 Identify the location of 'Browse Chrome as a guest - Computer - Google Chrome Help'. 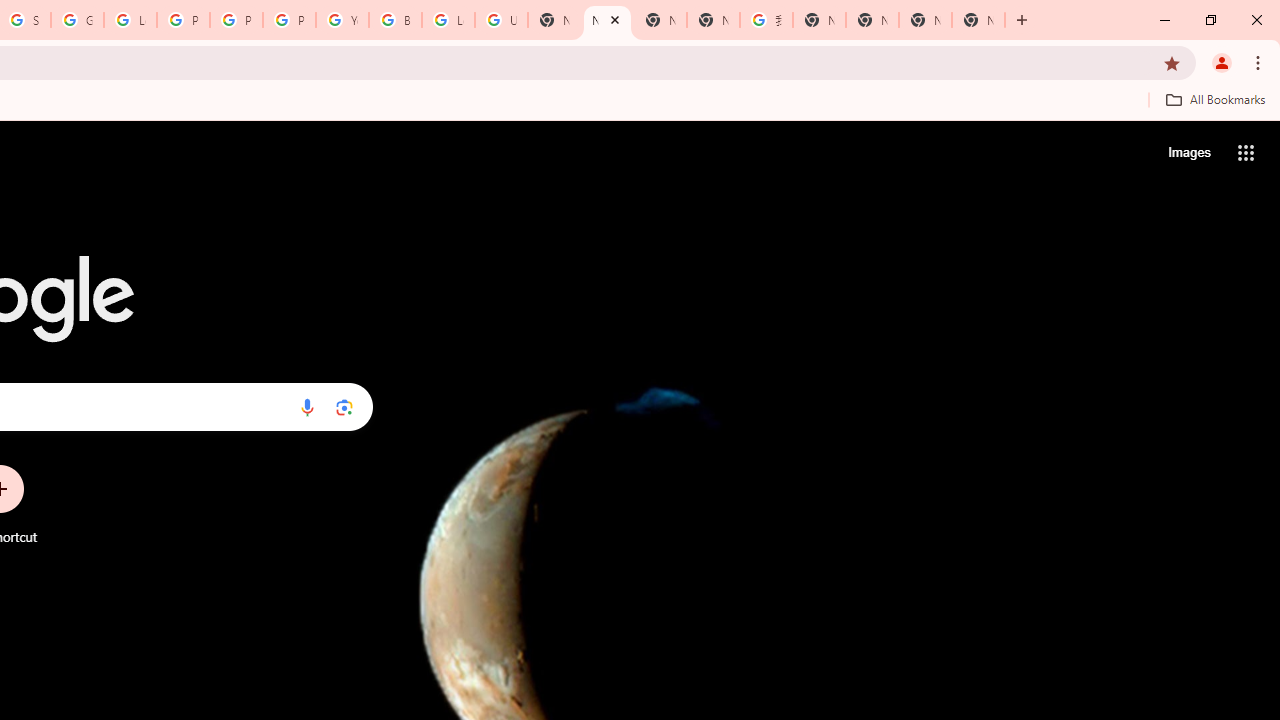
(395, 20).